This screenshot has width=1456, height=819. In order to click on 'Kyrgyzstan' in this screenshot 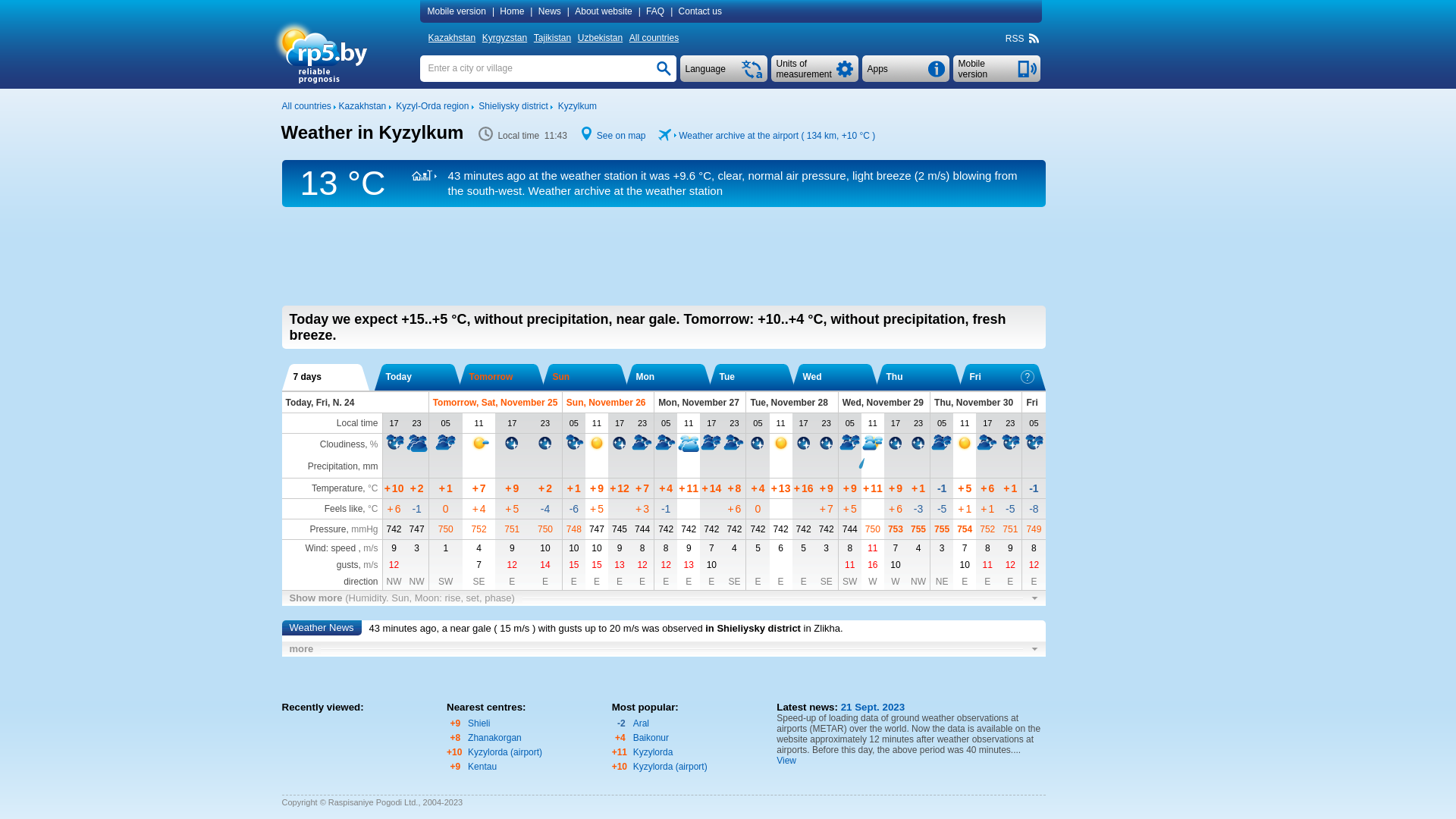, I will do `click(506, 37)`.